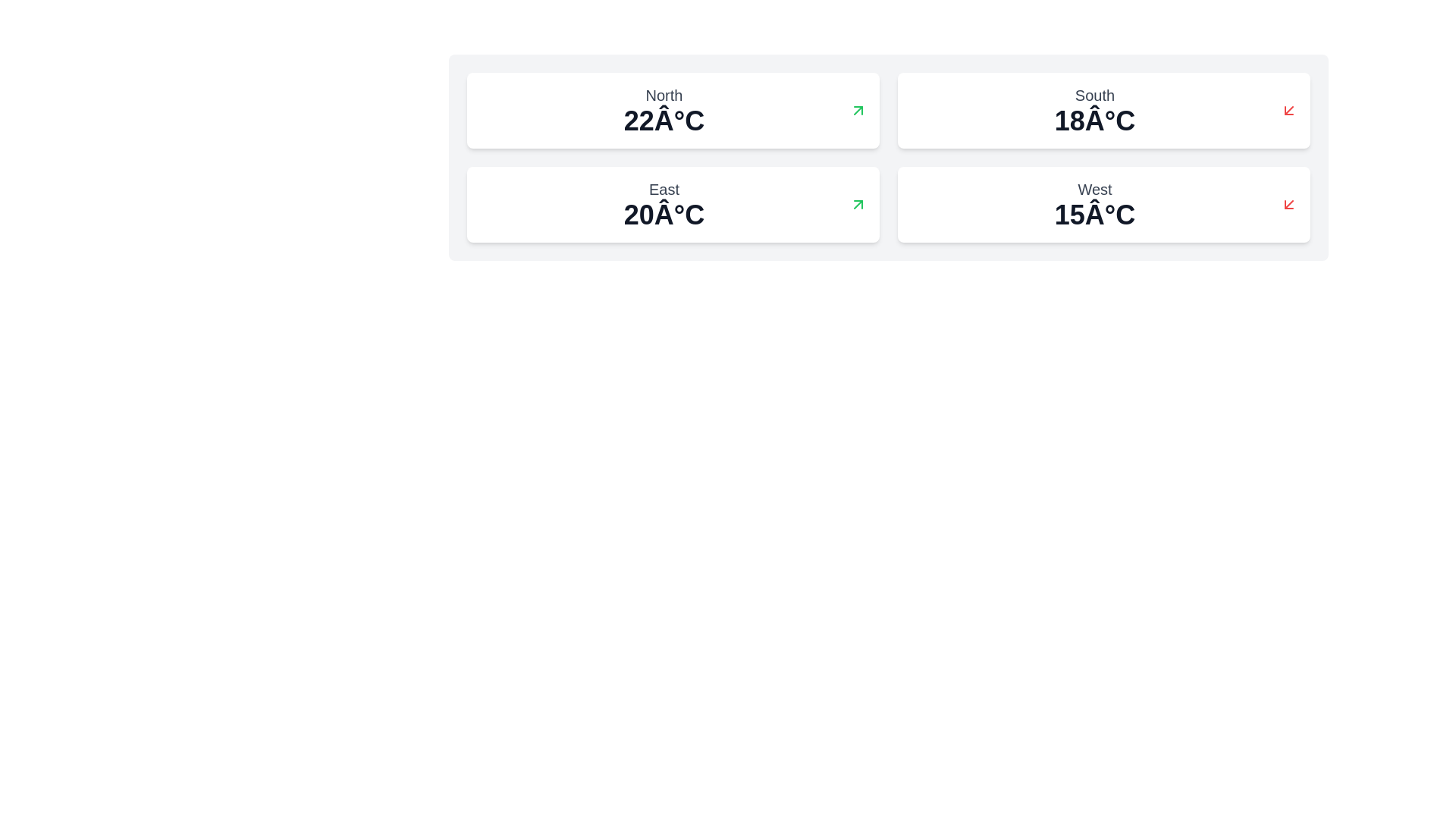 This screenshot has height=819, width=1456. What do you see at coordinates (1095, 189) in the screenshot?
I see `the text label 'West' which is styled with a medium-sized font and gray color, positioned above the temperature display of '15Â°C' in the lower right quadrant of the grid layout` at bounding box center [1095, 189].